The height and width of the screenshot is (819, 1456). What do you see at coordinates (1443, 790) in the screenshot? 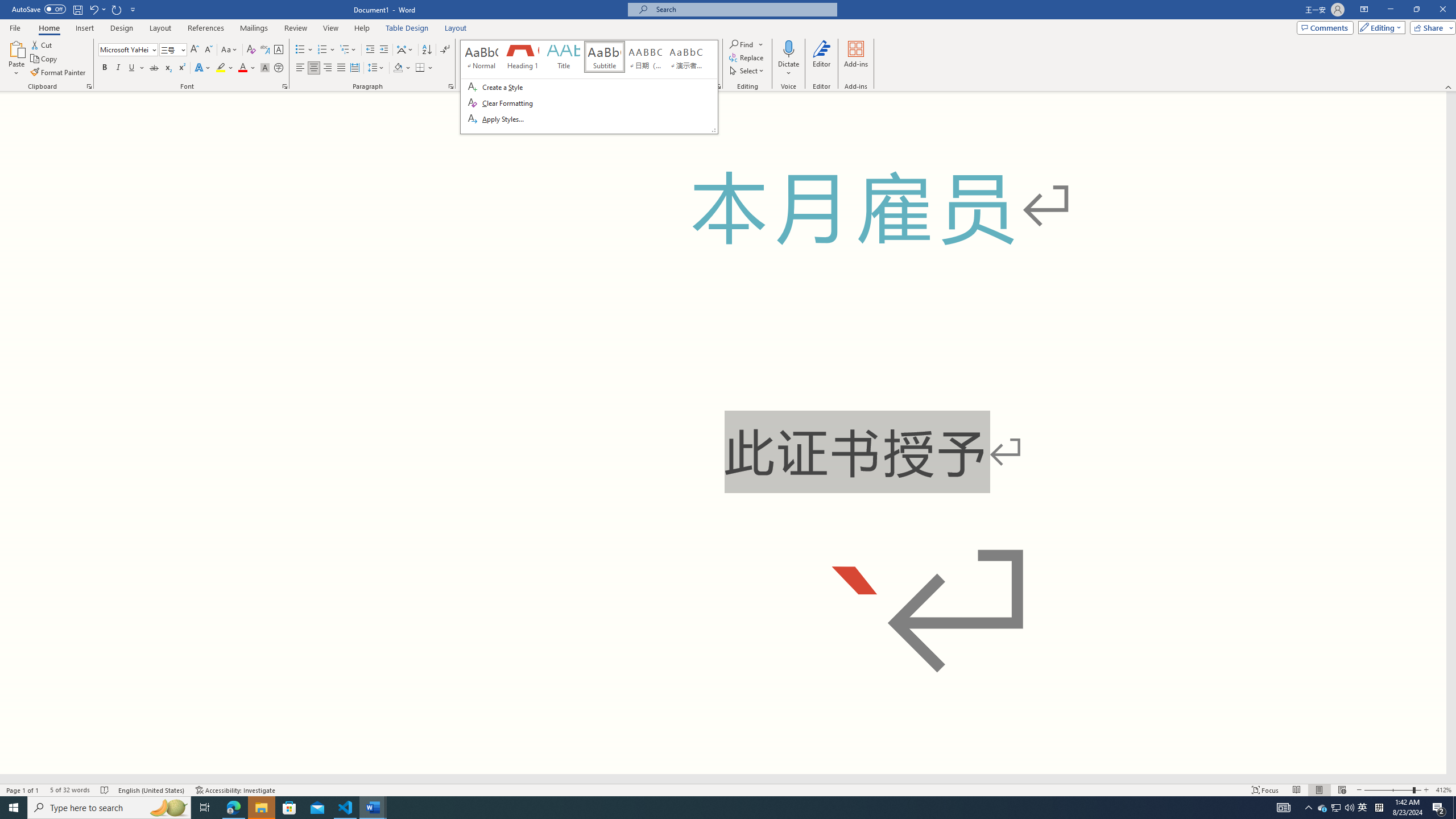
I see `'Zoom 412%'` at bounding box center [1443, 790].